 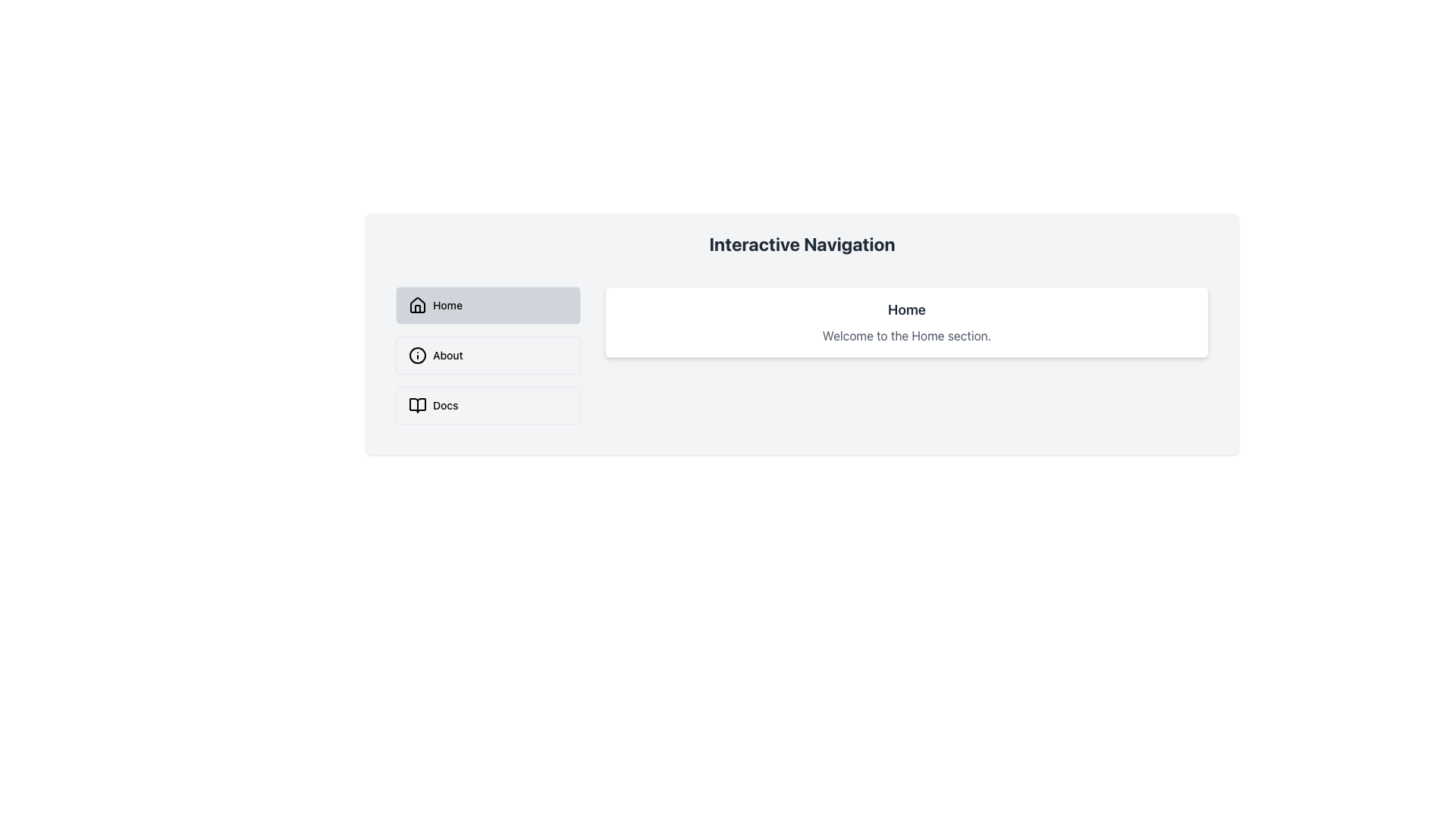 What do you see at coordinates (488, 305) in the screenshot?
I see `the 'Home' button, which is the first item in the vertical group of navigation buttons on the left section of the interface, styled with a rounded rectangular shape and a gray background` at bounding box center [488, 305].